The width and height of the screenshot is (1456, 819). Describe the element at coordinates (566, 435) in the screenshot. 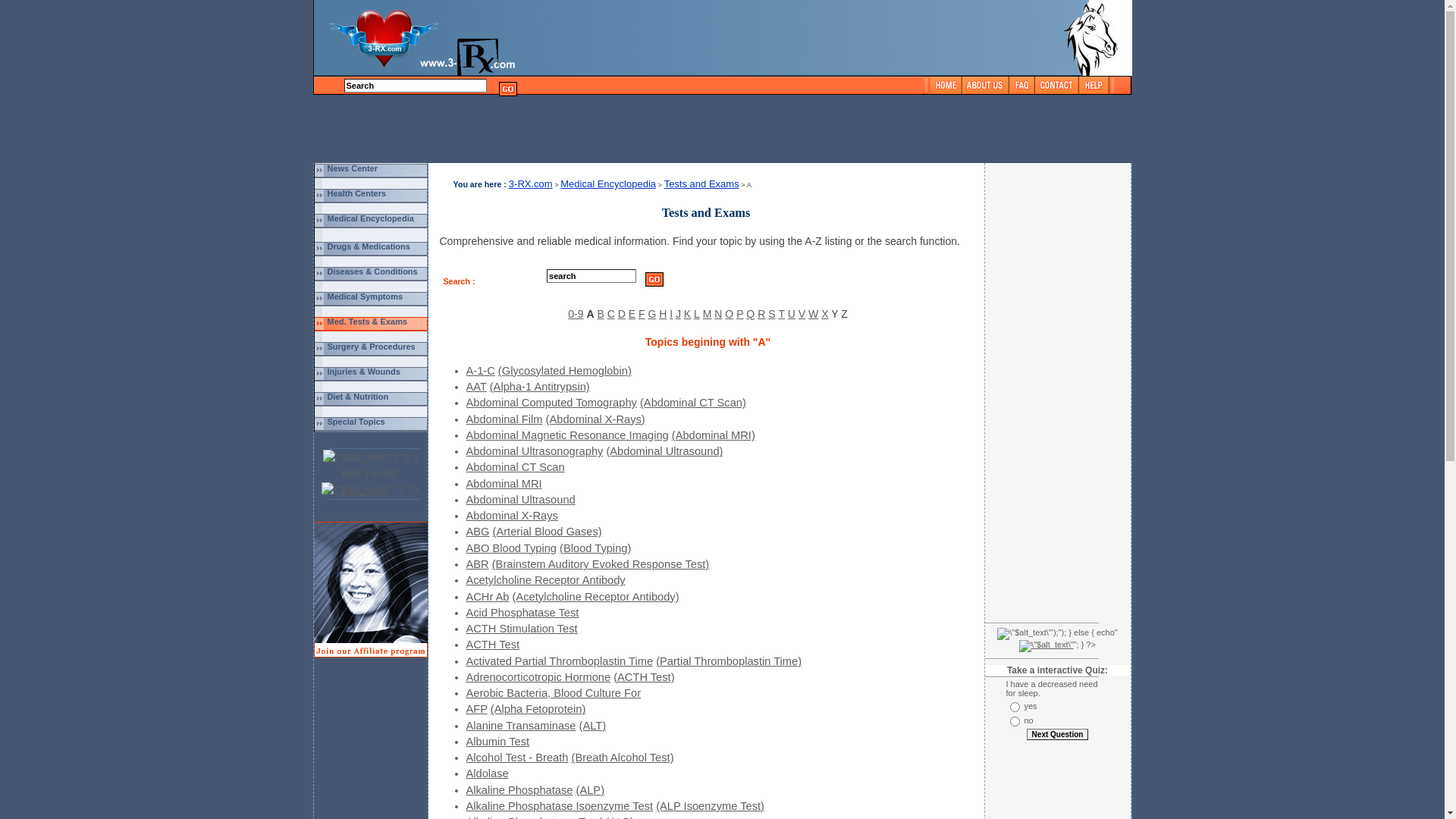

I see `'Abdominal Magnetic Resonance Imaging'` at that location.